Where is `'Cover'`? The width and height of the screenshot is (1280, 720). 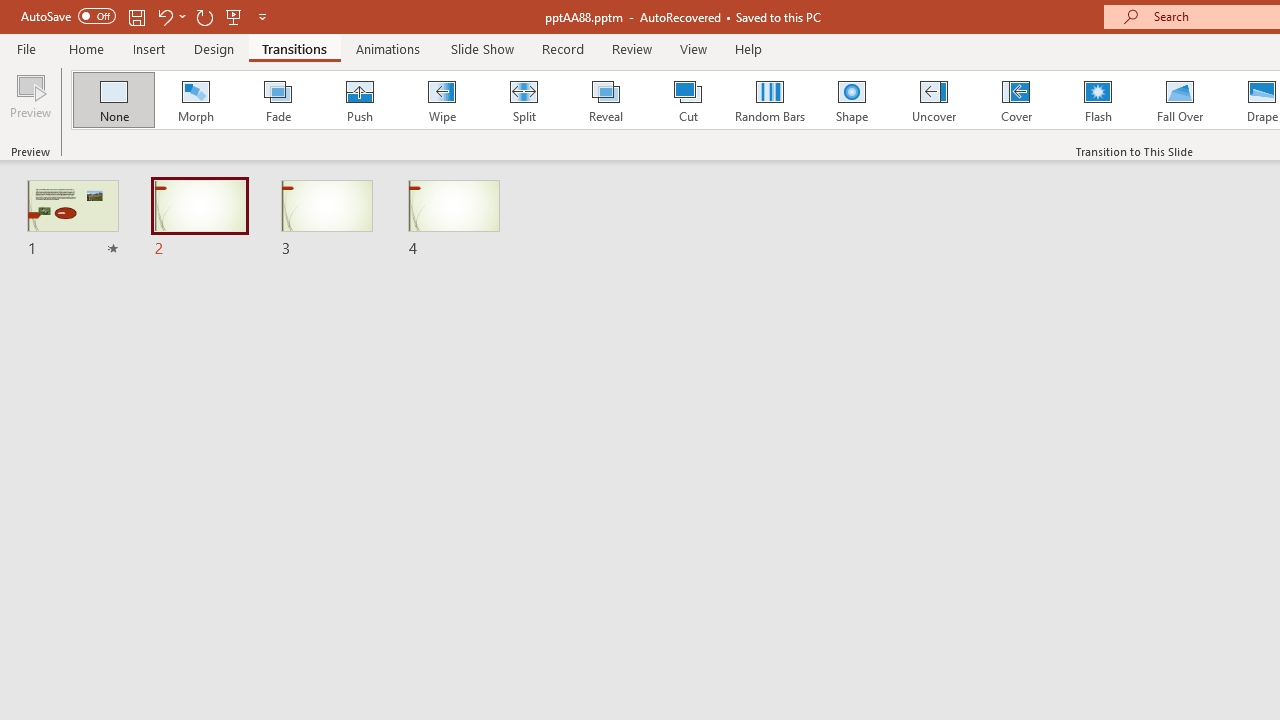 'Cover' is located at coordinates (1016, 100).